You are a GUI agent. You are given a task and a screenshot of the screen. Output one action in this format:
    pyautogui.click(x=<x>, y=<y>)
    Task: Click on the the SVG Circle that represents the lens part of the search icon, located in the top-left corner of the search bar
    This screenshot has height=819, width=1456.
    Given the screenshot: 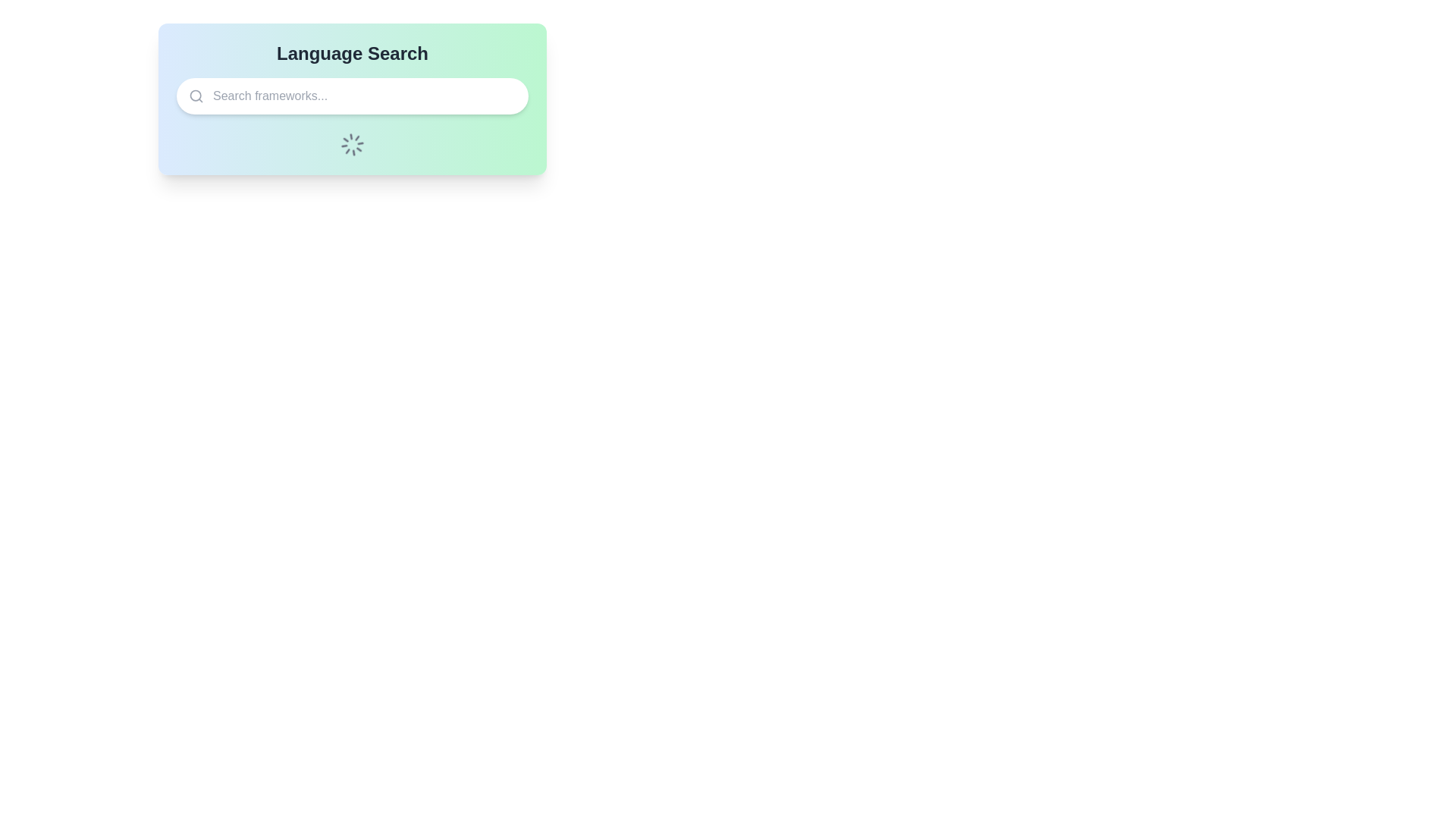 What is the action you would take?
    pyautogui.click(x=195, y=96)
    